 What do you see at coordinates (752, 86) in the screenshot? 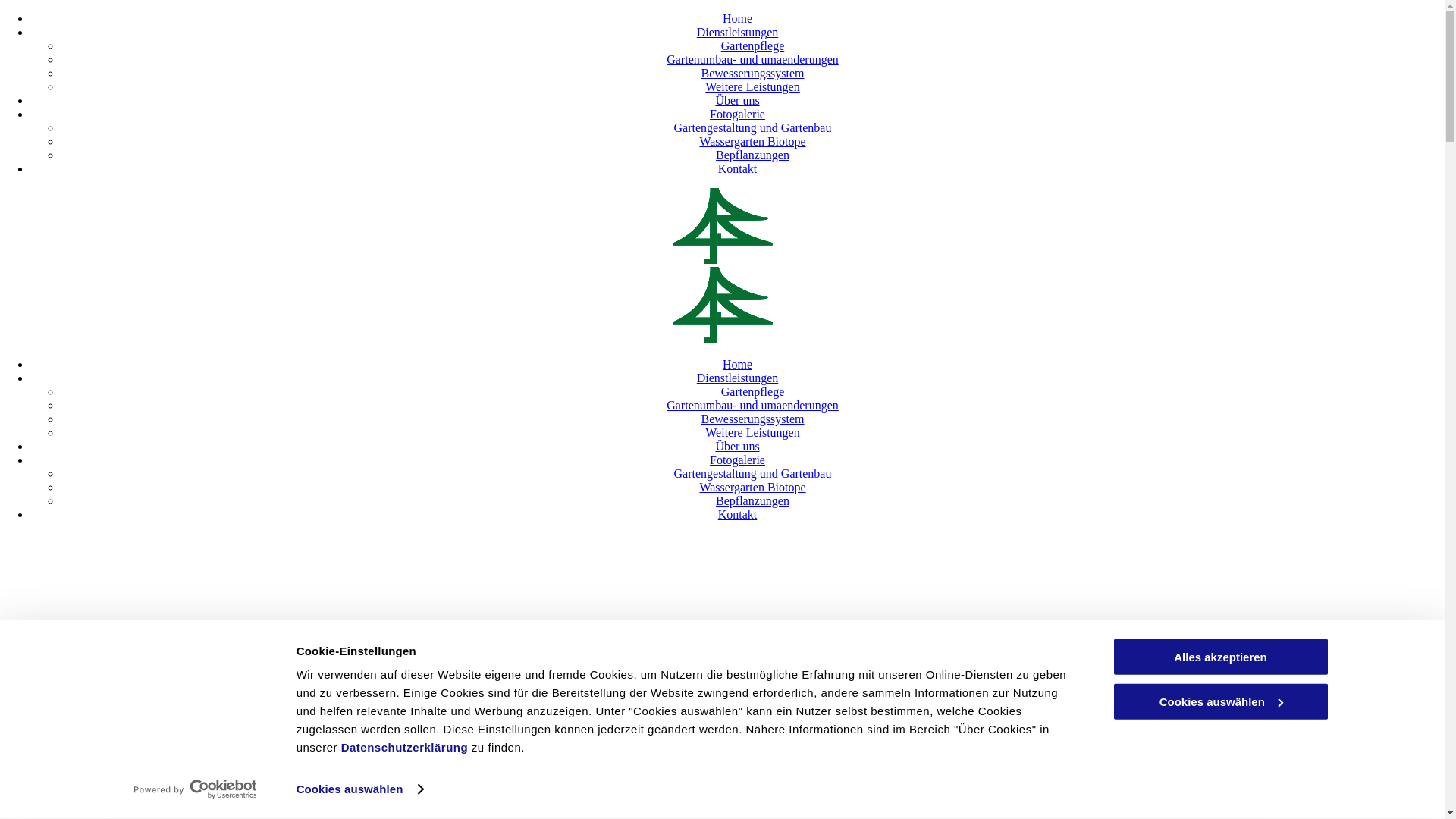
I see `'Weitere Leistungen'` at bounding box center [752, 86].